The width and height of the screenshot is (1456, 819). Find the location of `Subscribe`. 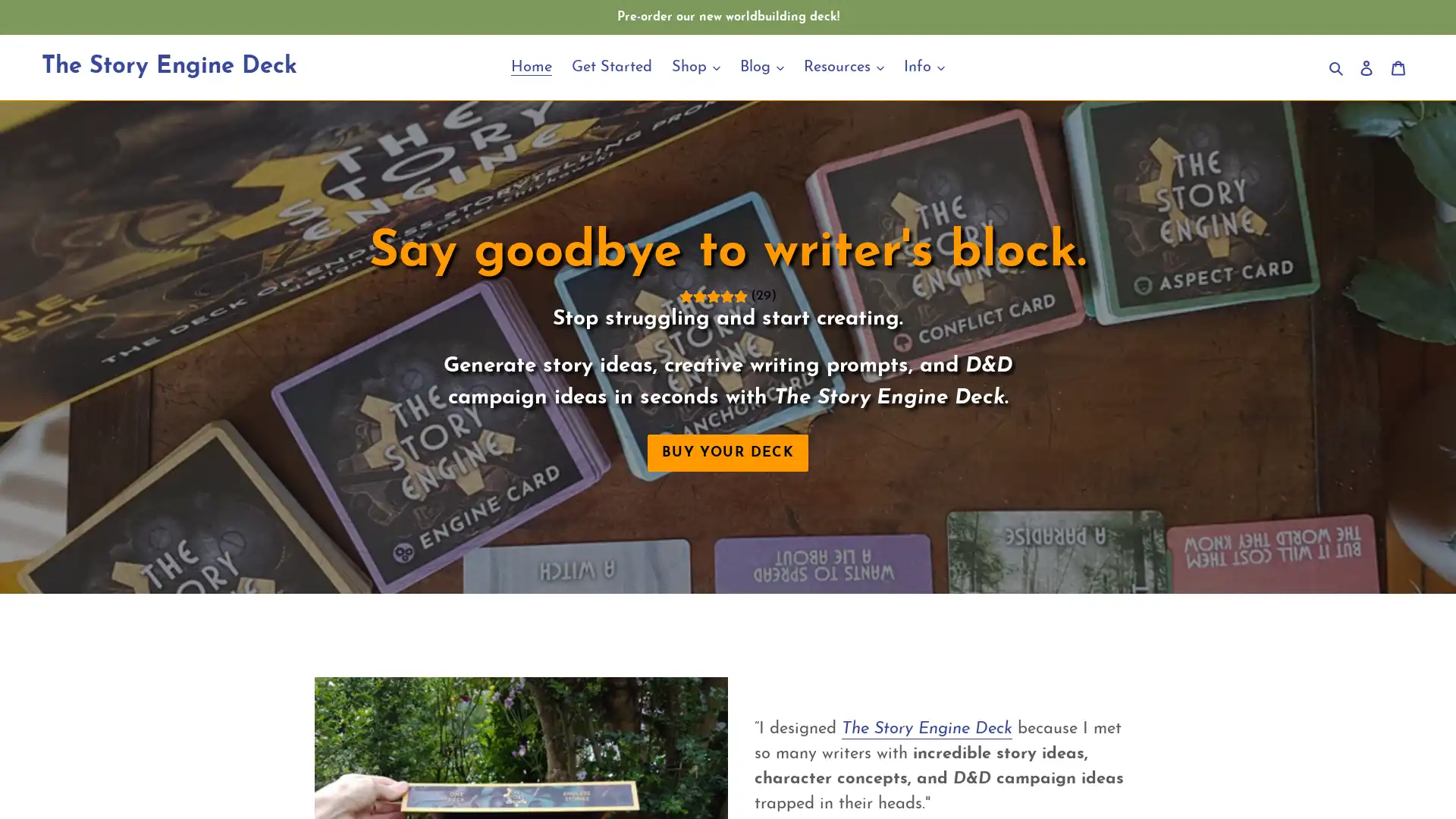

Subscribe is located at coordinates (833, 564).